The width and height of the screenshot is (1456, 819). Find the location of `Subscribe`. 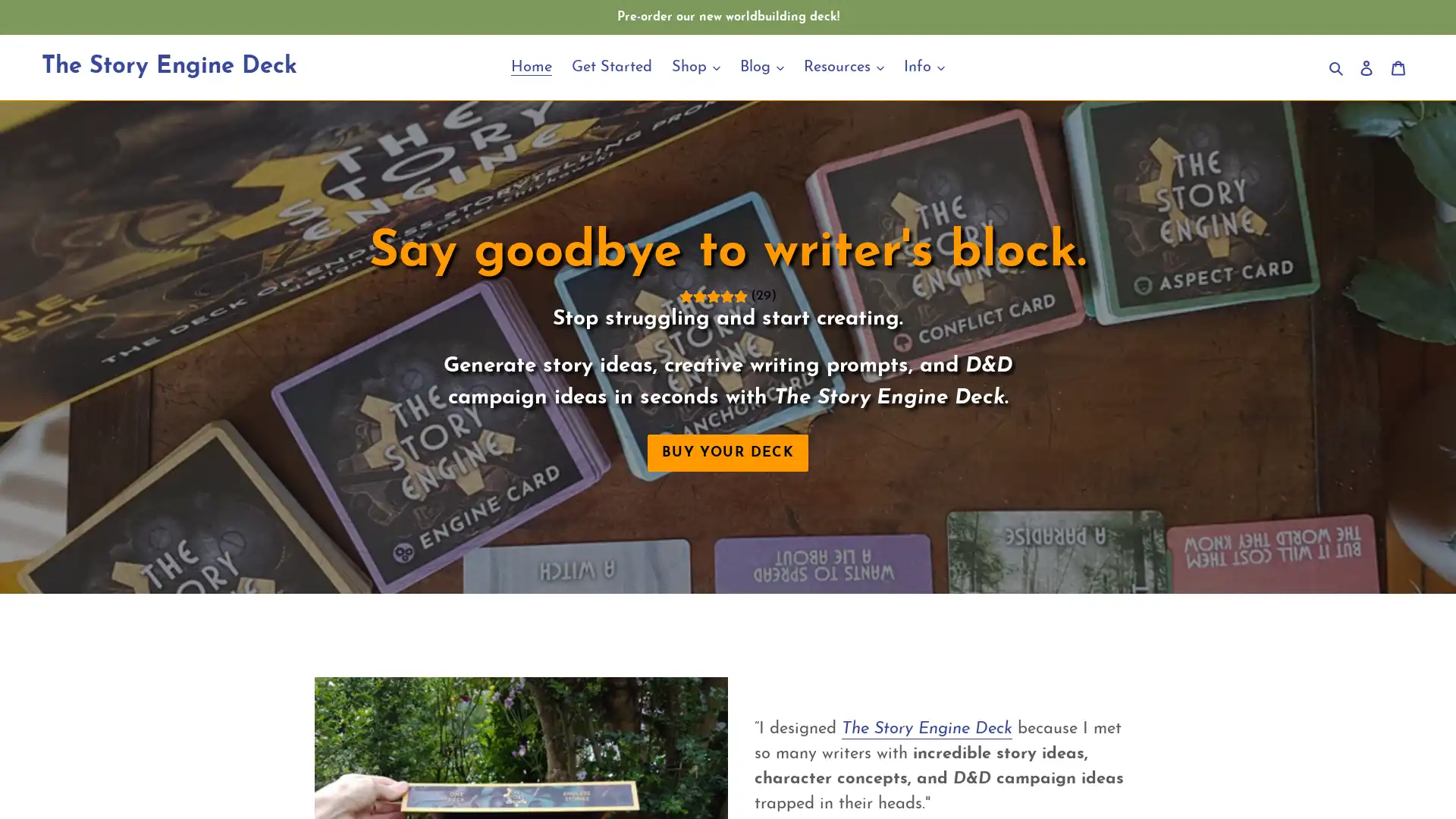

Subscribe is located at coordinates (833, 564).